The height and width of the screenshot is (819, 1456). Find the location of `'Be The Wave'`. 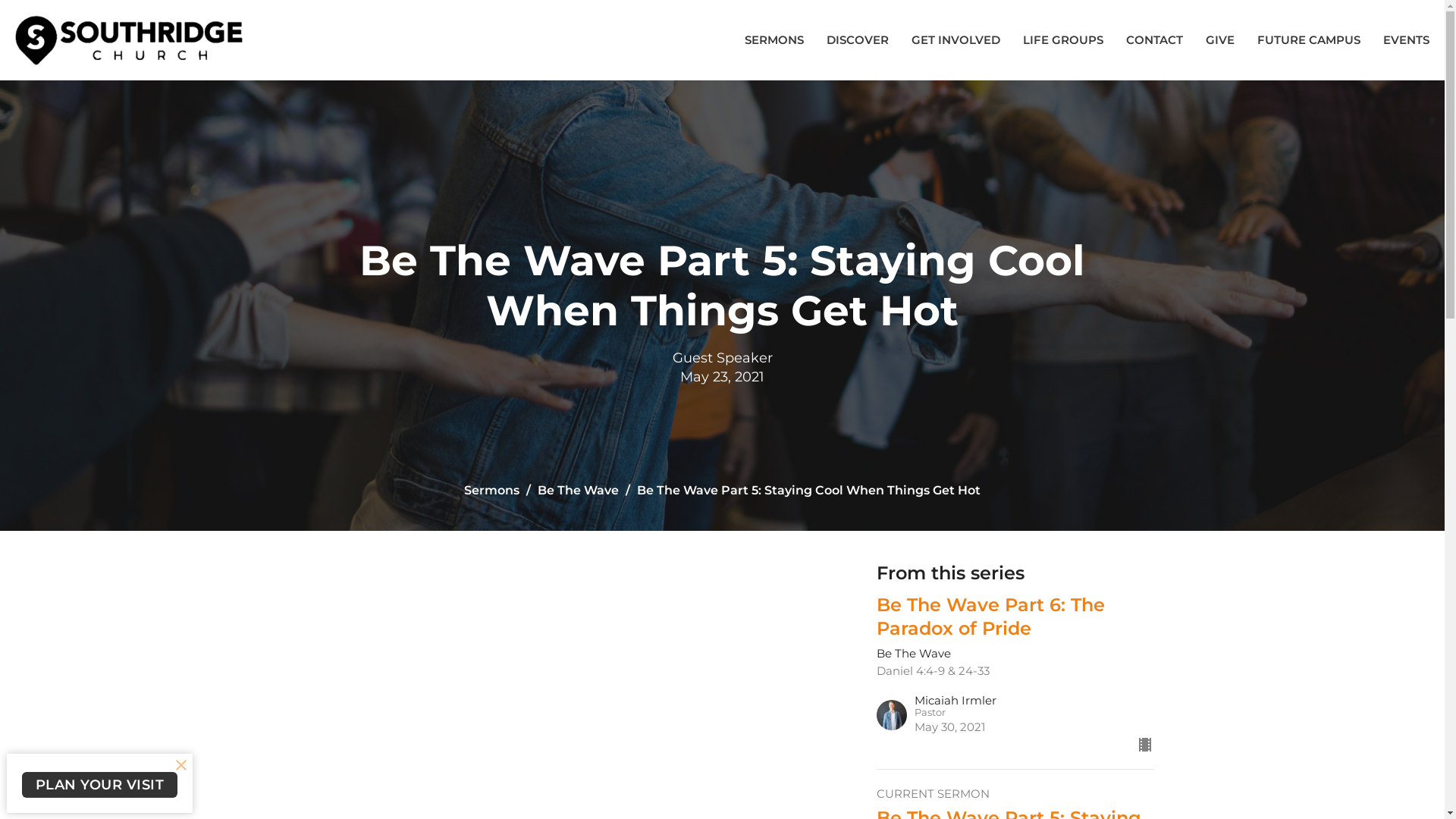

'Be The Wave' is located at coordinates (577, 490).